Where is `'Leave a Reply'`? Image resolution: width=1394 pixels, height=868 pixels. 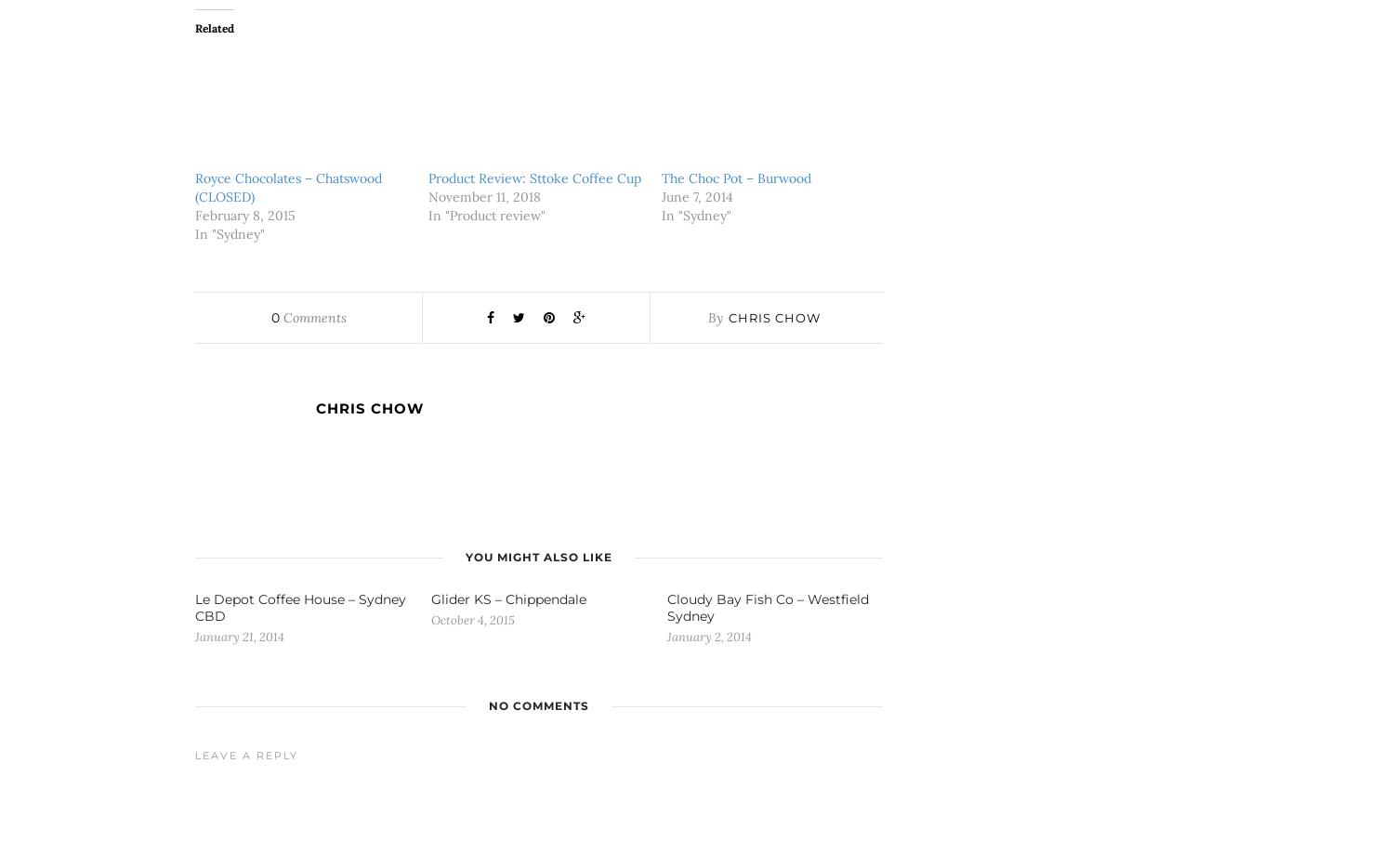 'Leave a Reply' is located at coordinates (246, 755).